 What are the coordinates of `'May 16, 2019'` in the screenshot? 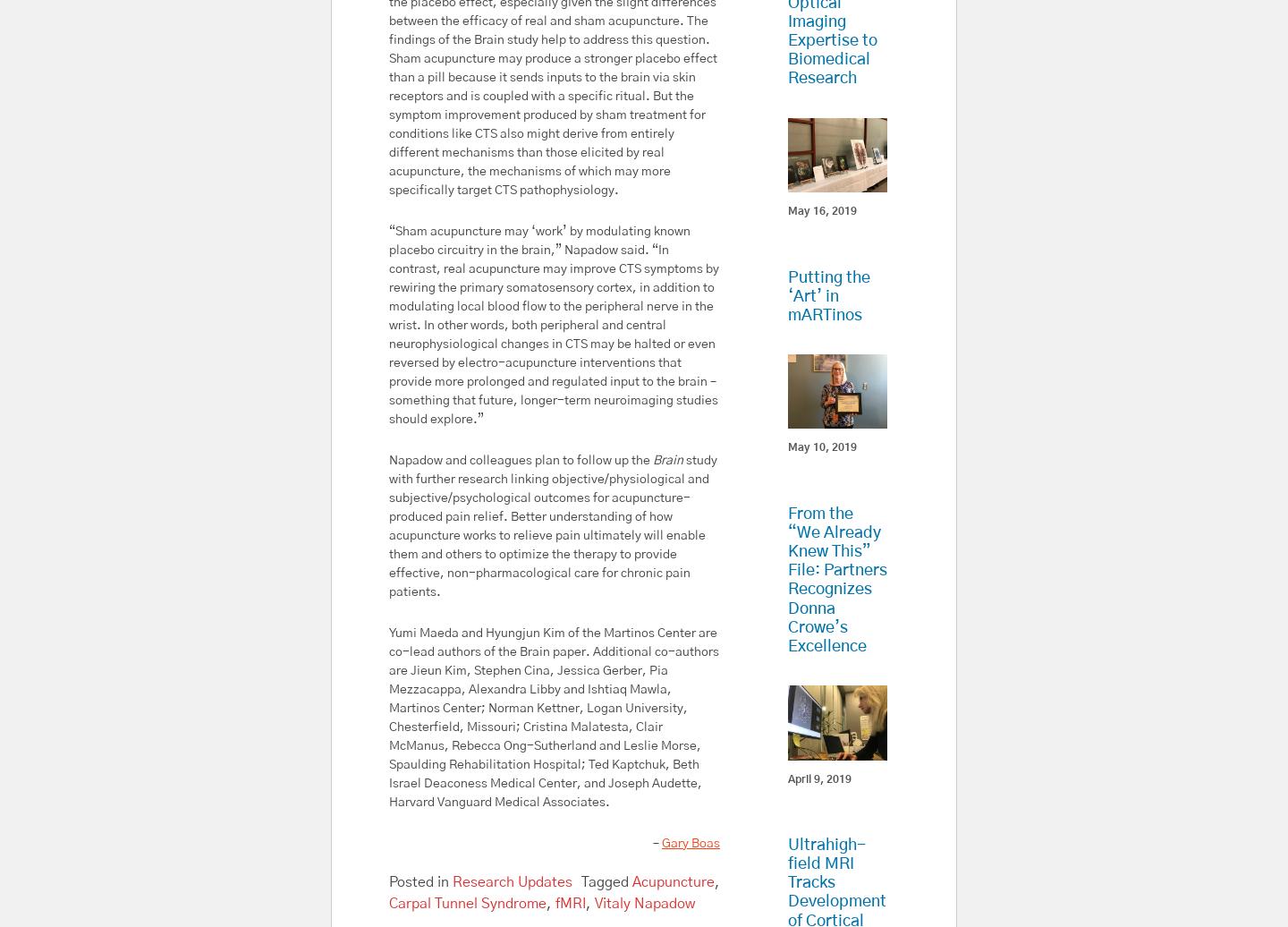 It's located at (821, 211).